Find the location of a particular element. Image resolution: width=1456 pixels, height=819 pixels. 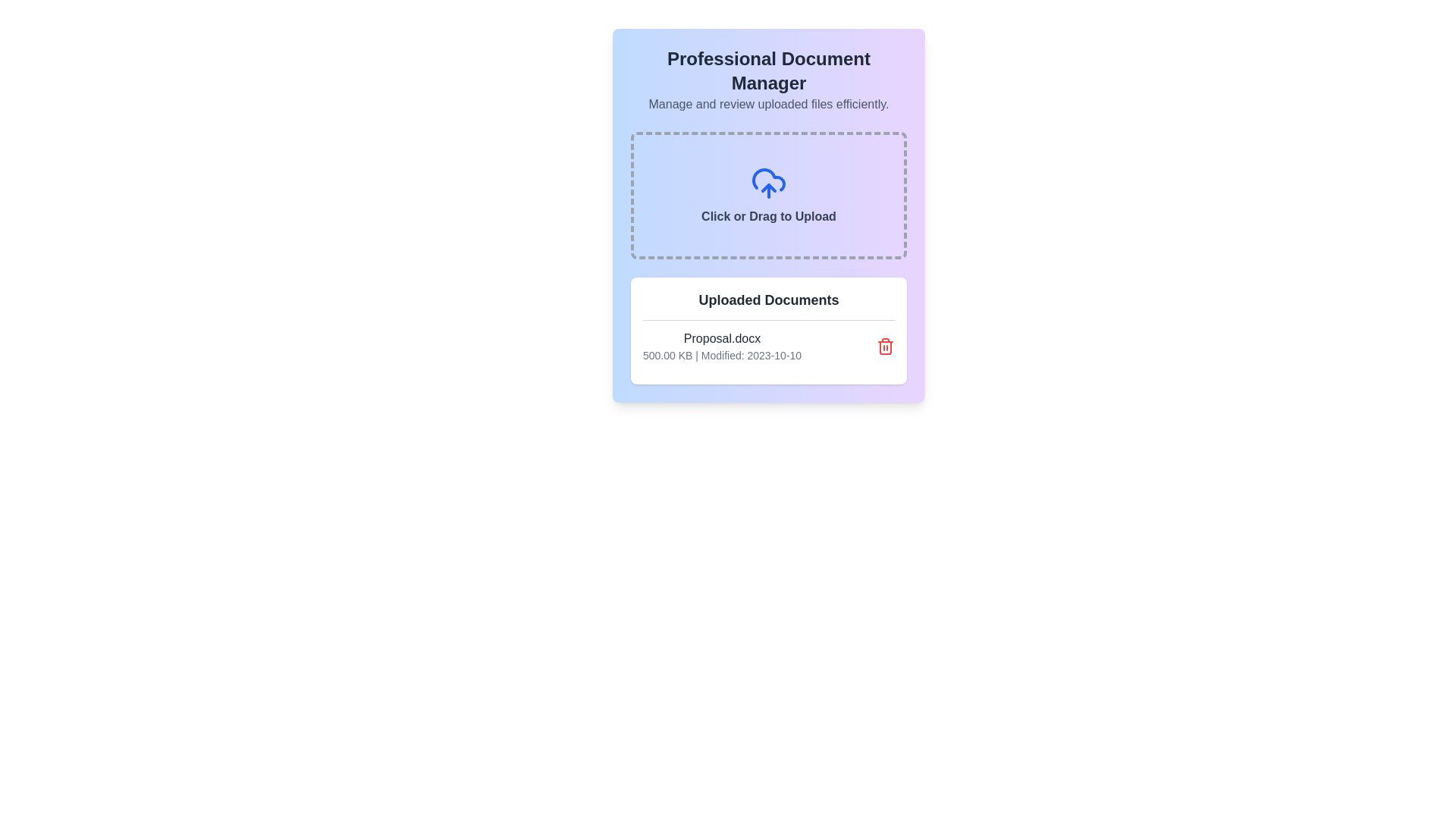

the static text label displaying the filename 'Proposal.docx', which is styled in a bold gray font and positioned at the top of its card in the 'Uploaded Documents' section is located at coordinates (721, 338).